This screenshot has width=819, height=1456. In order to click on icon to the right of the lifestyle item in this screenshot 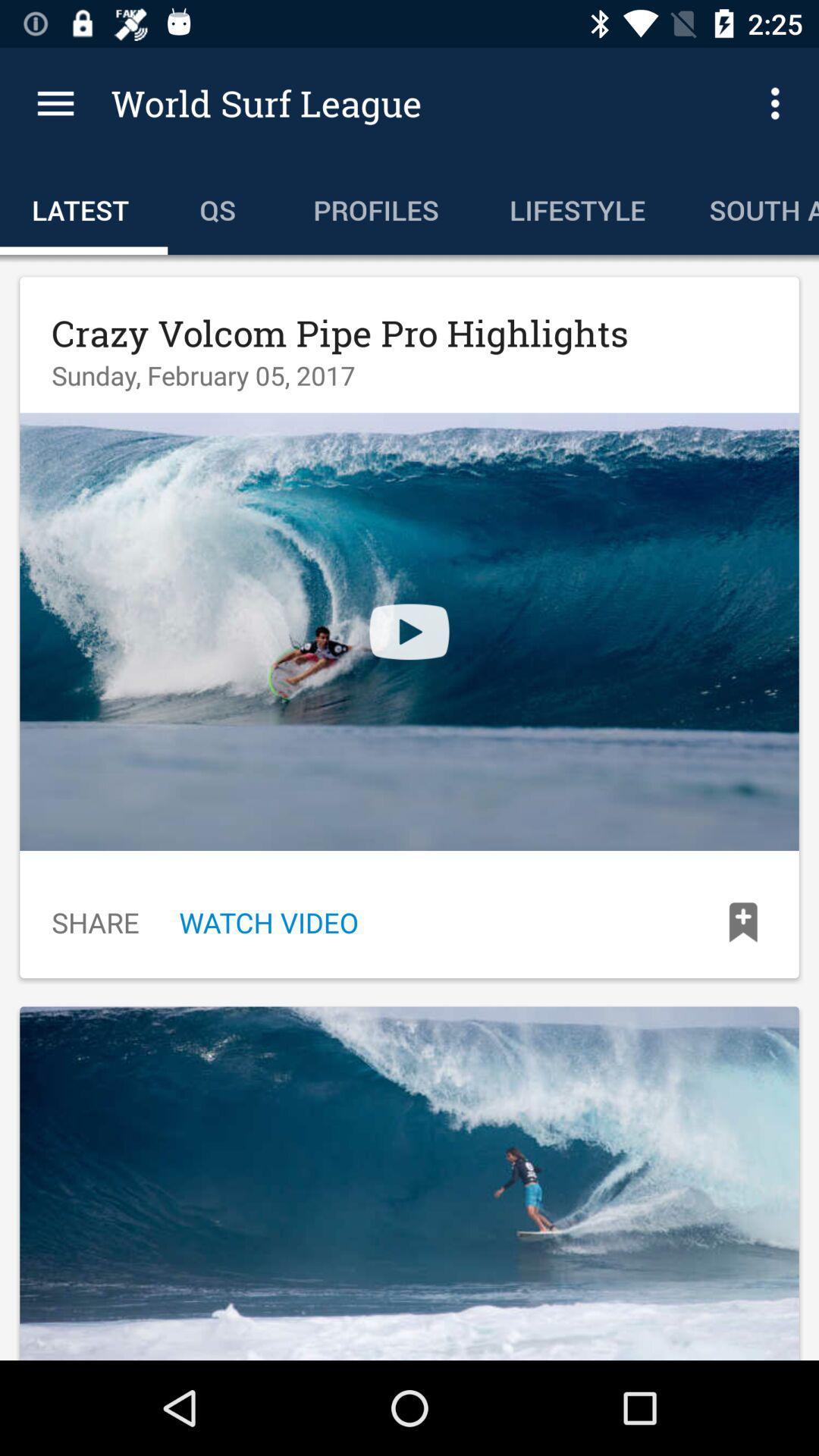, I will do `click(779, 102)`.